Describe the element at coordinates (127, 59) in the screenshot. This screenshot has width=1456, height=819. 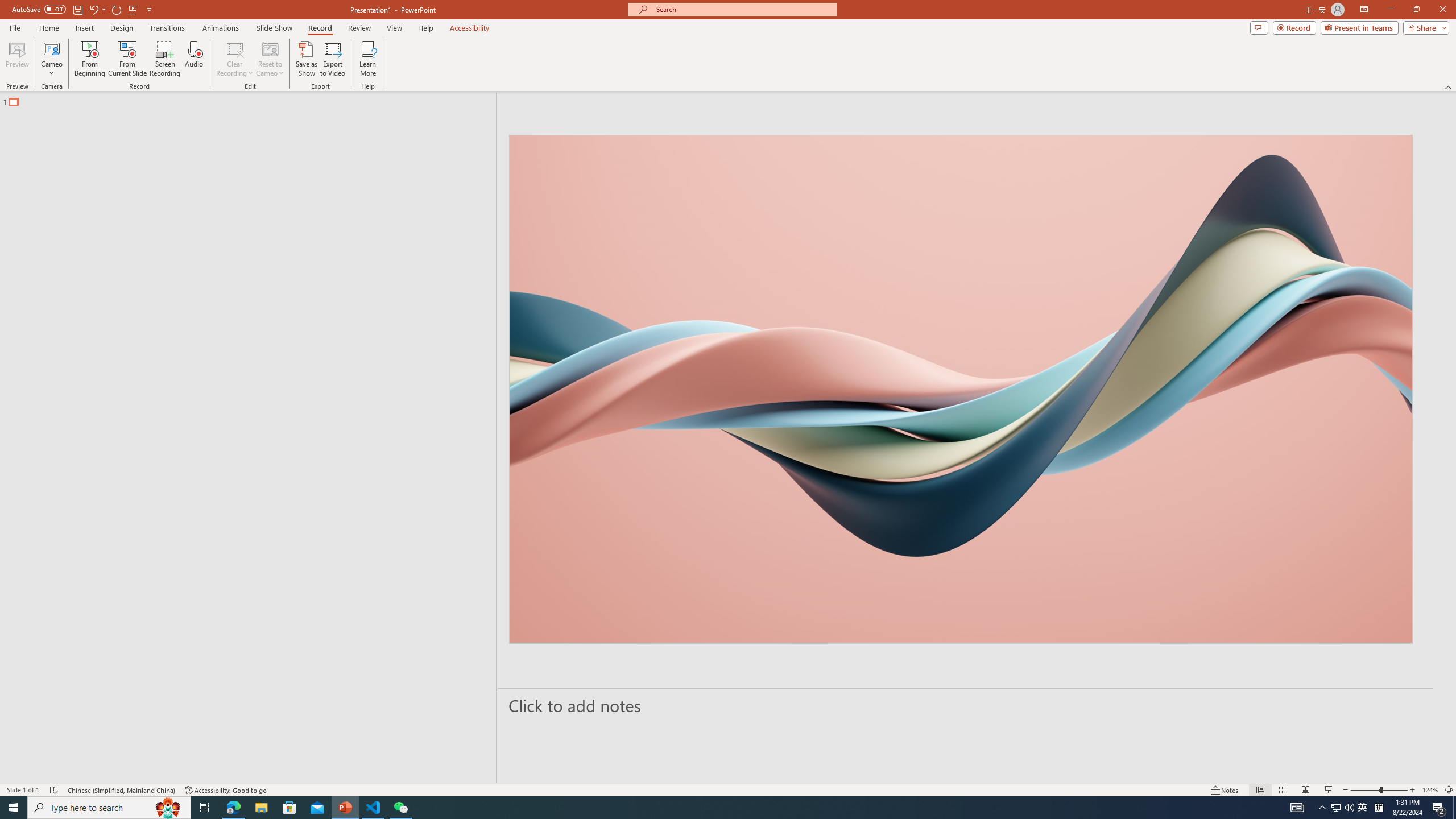
I see `'From Current Slide...'` at that location.